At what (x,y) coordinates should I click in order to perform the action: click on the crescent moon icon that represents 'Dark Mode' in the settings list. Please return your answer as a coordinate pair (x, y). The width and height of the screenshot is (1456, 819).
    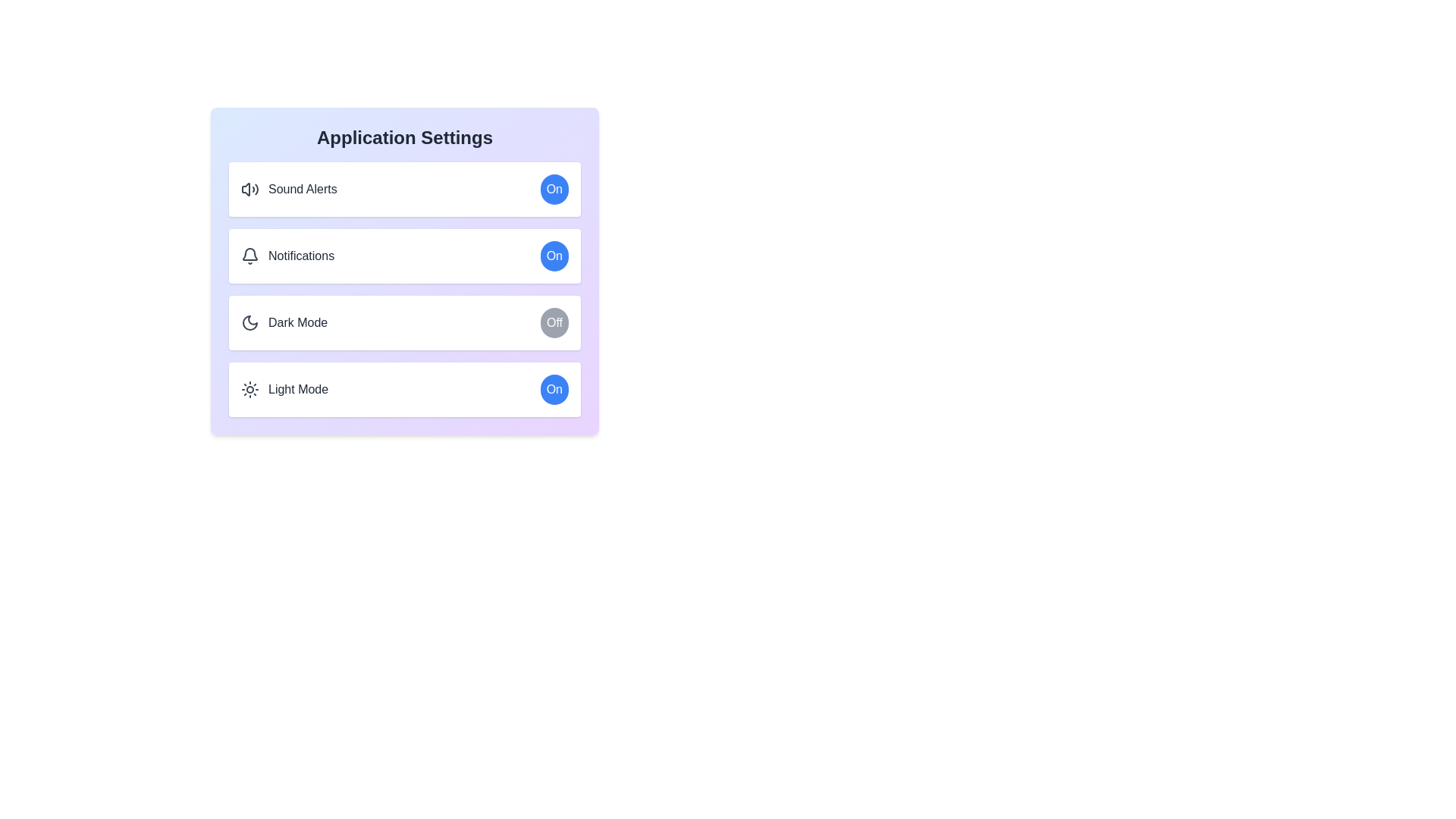
    Looking at the image, I should click on (250, 322).